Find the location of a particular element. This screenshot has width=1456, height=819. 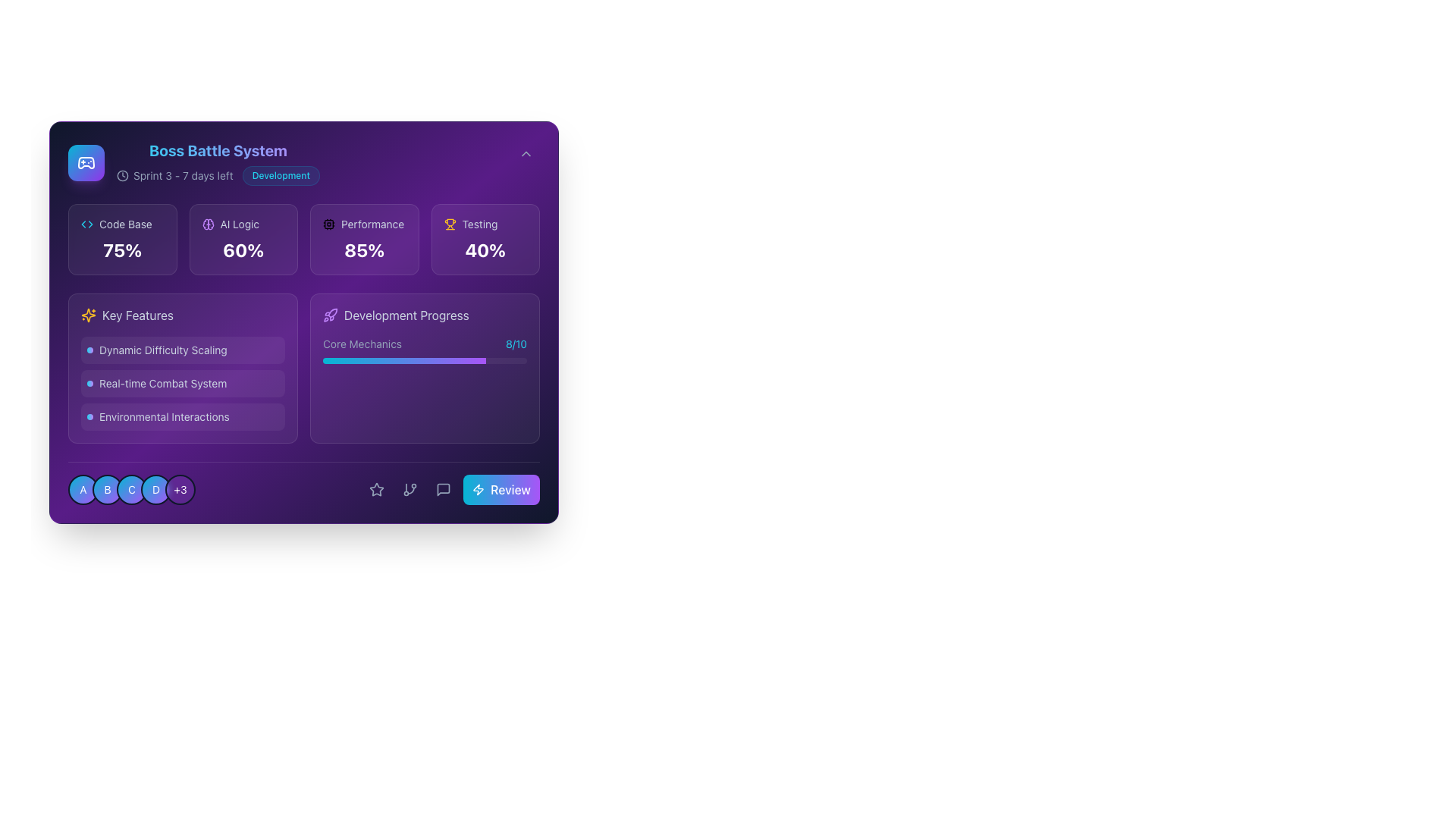

the text displayed by the Text Label showing 'Testing' in light slate gray color, which is positioned to the right of a trophy icon is located at coordinates (479, 224).